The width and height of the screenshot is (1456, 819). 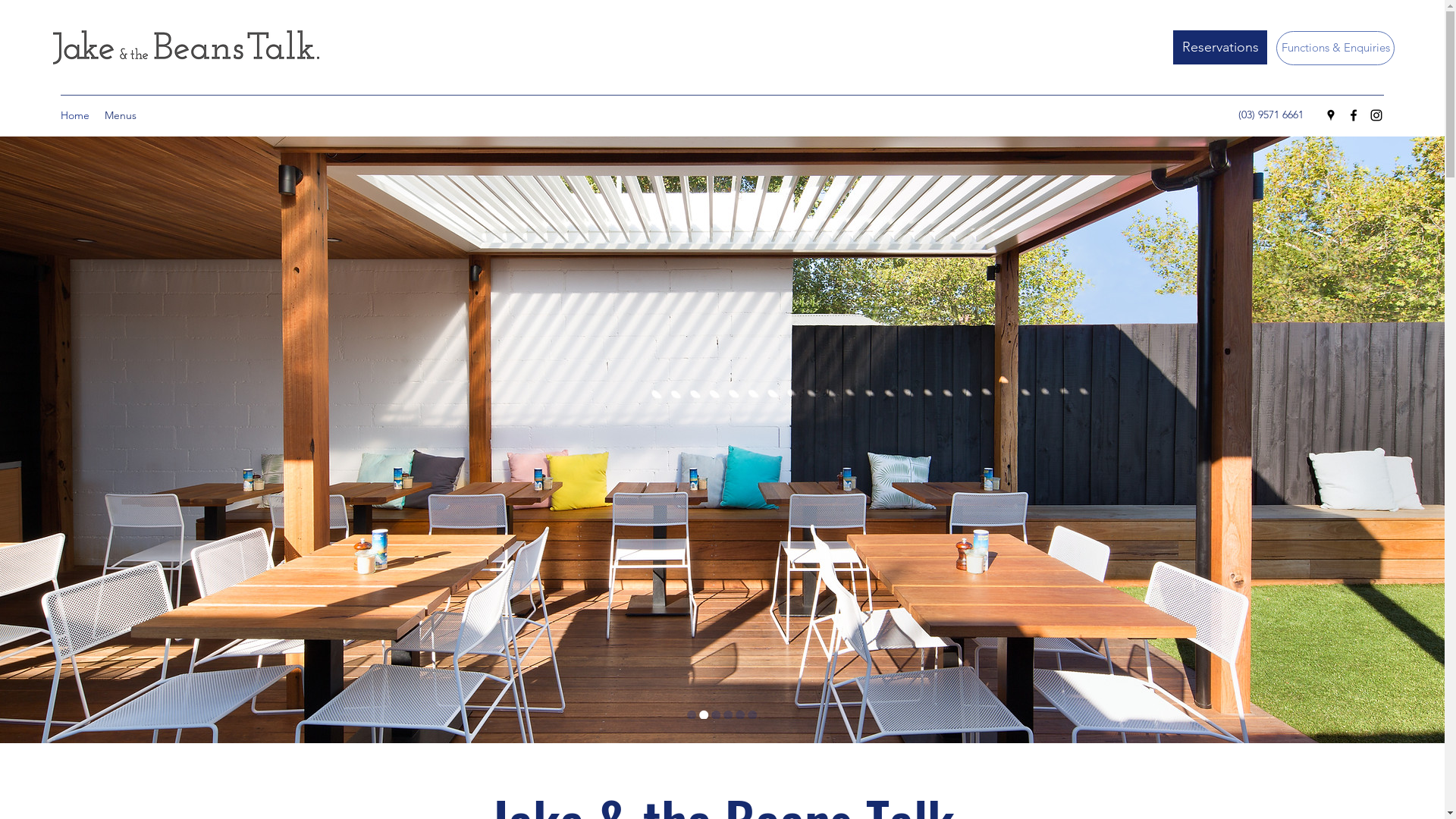 What do you see at coordinates (119, 114) in the screenshot?
I see `'Menus'` at bounding box center [119, 114].